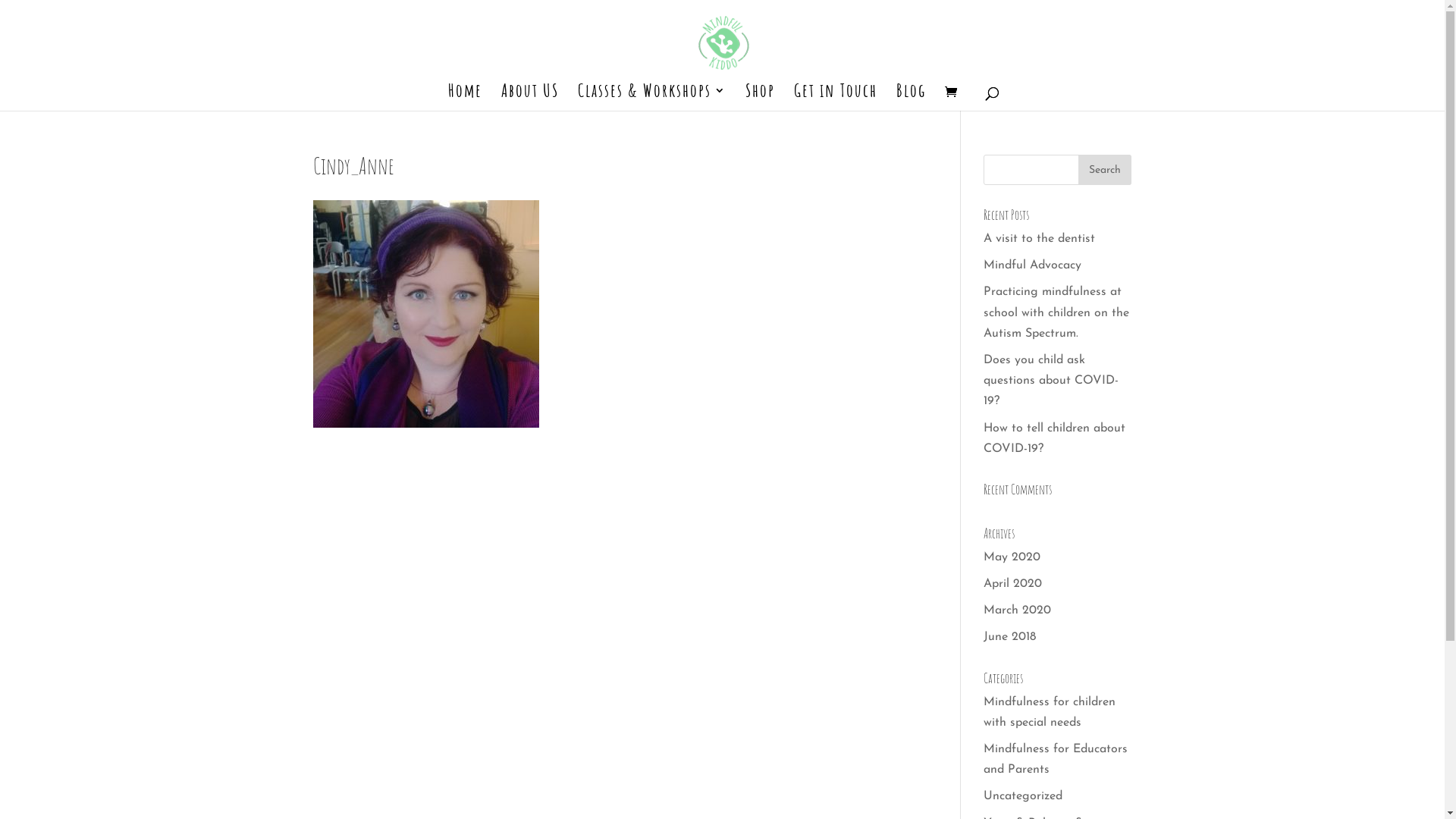  What do you see at coordinates (1012, 583) in the screenshot?
I see `'April 2020'` at bounding box center [1012, 583].